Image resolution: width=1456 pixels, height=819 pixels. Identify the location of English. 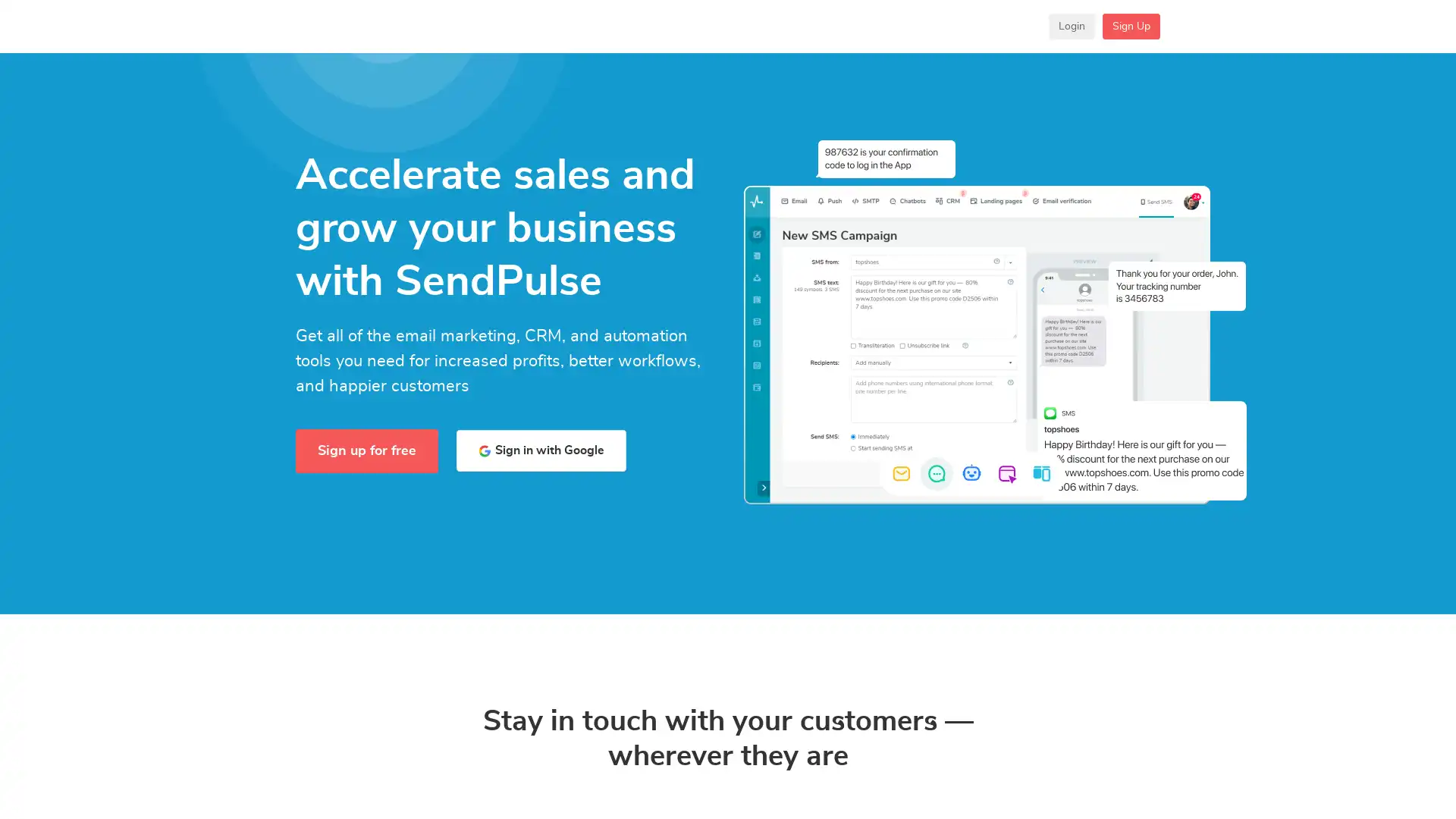
(1001, 36).